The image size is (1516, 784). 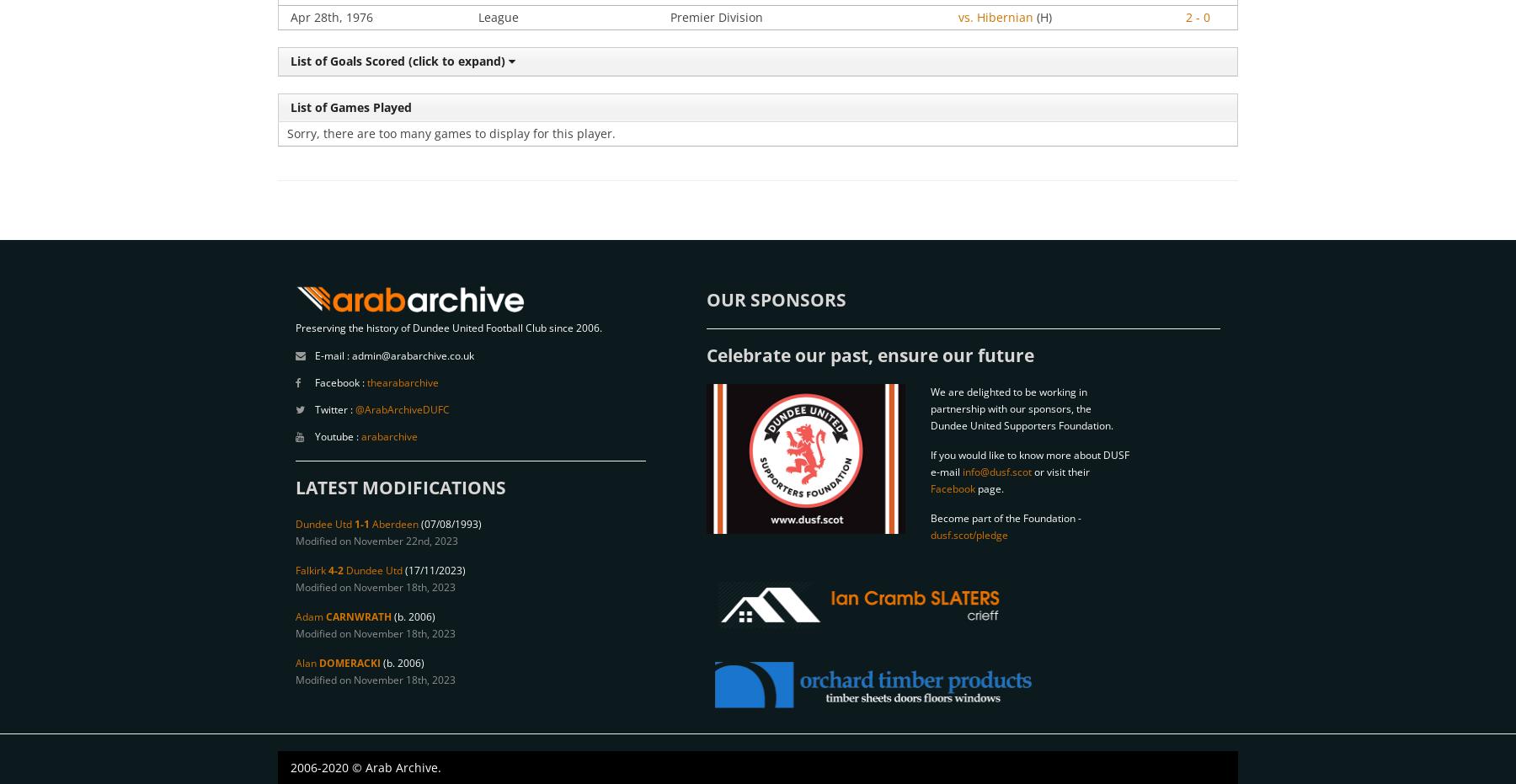 I want to click on 'Alan', so click(x=307, y=663).